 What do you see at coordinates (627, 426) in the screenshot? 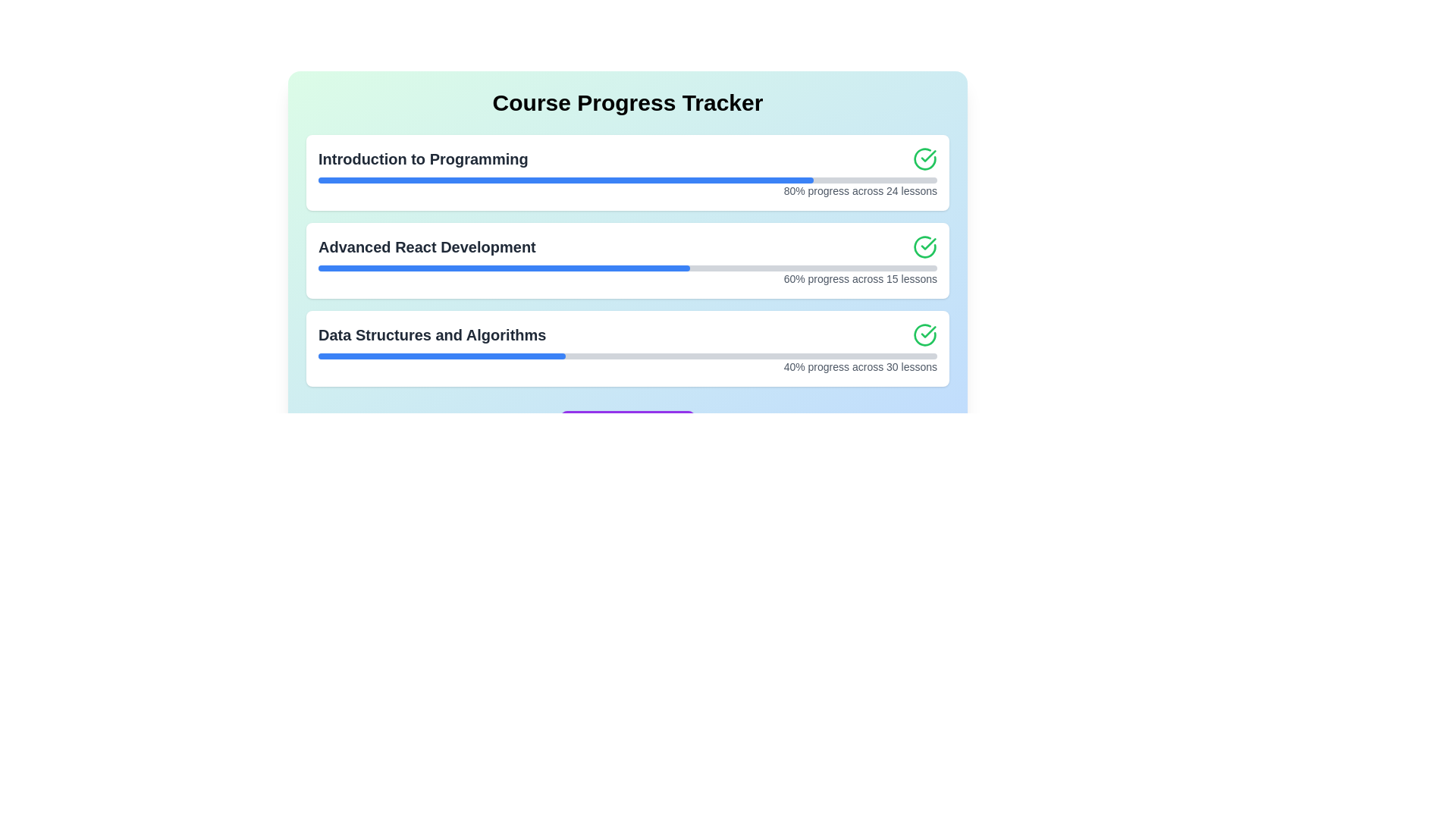
I see `the 'Add Course' button in the 'Course Progress Tracker' interface` at bounding box center [627, 426].